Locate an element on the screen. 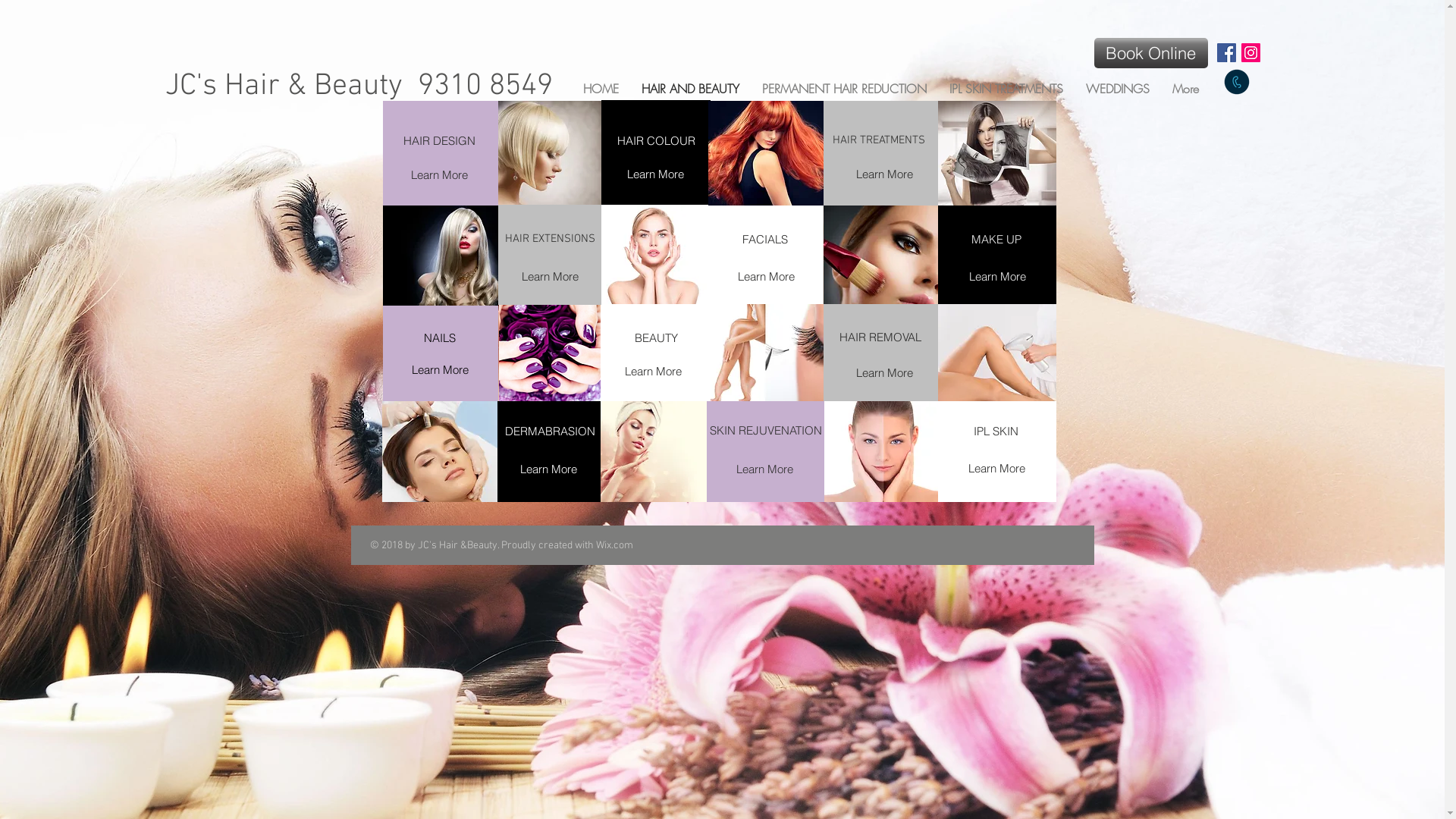 Image resolution: width=1456 pixels, height=819 pixels. 'JC's Hair & Beauty  9310 8549' is located at coordinates (358, 86).